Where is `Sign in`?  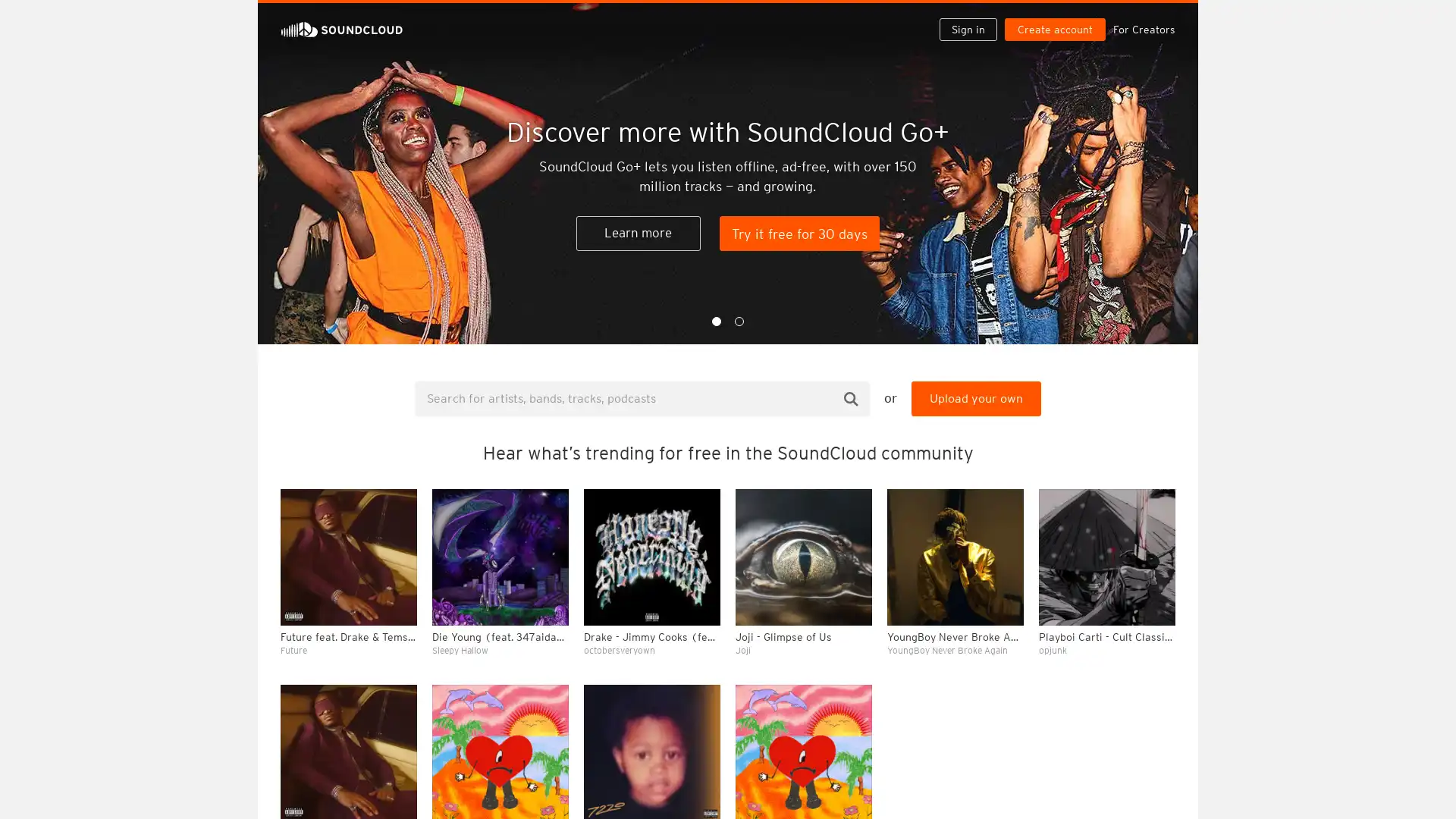
Sign in is located at coordinates (967, 29).